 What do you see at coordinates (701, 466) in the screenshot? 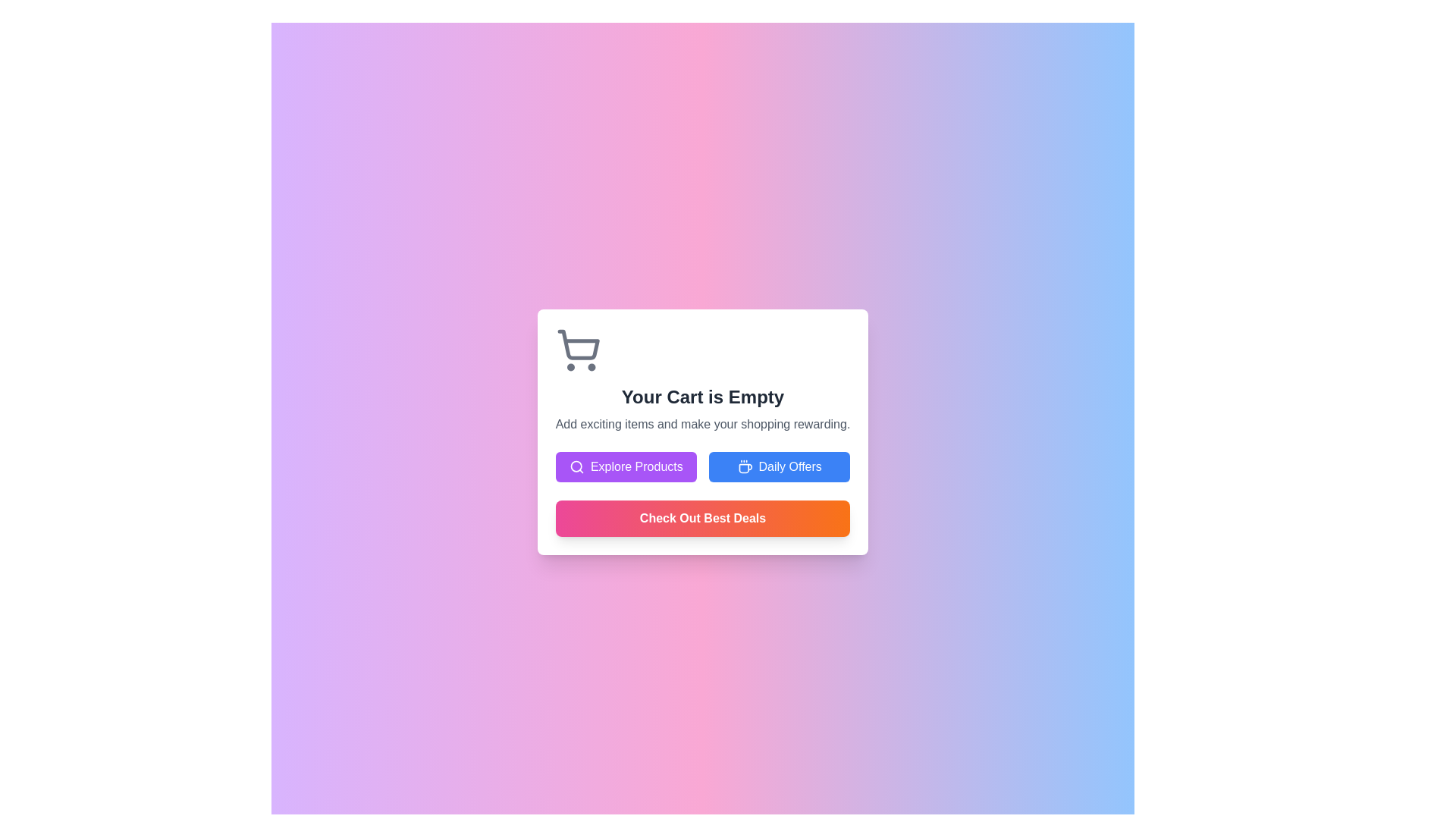
I see `the button group containing 'Explore Products' and 'Daily Offers'` at bounding box center [701, 466].